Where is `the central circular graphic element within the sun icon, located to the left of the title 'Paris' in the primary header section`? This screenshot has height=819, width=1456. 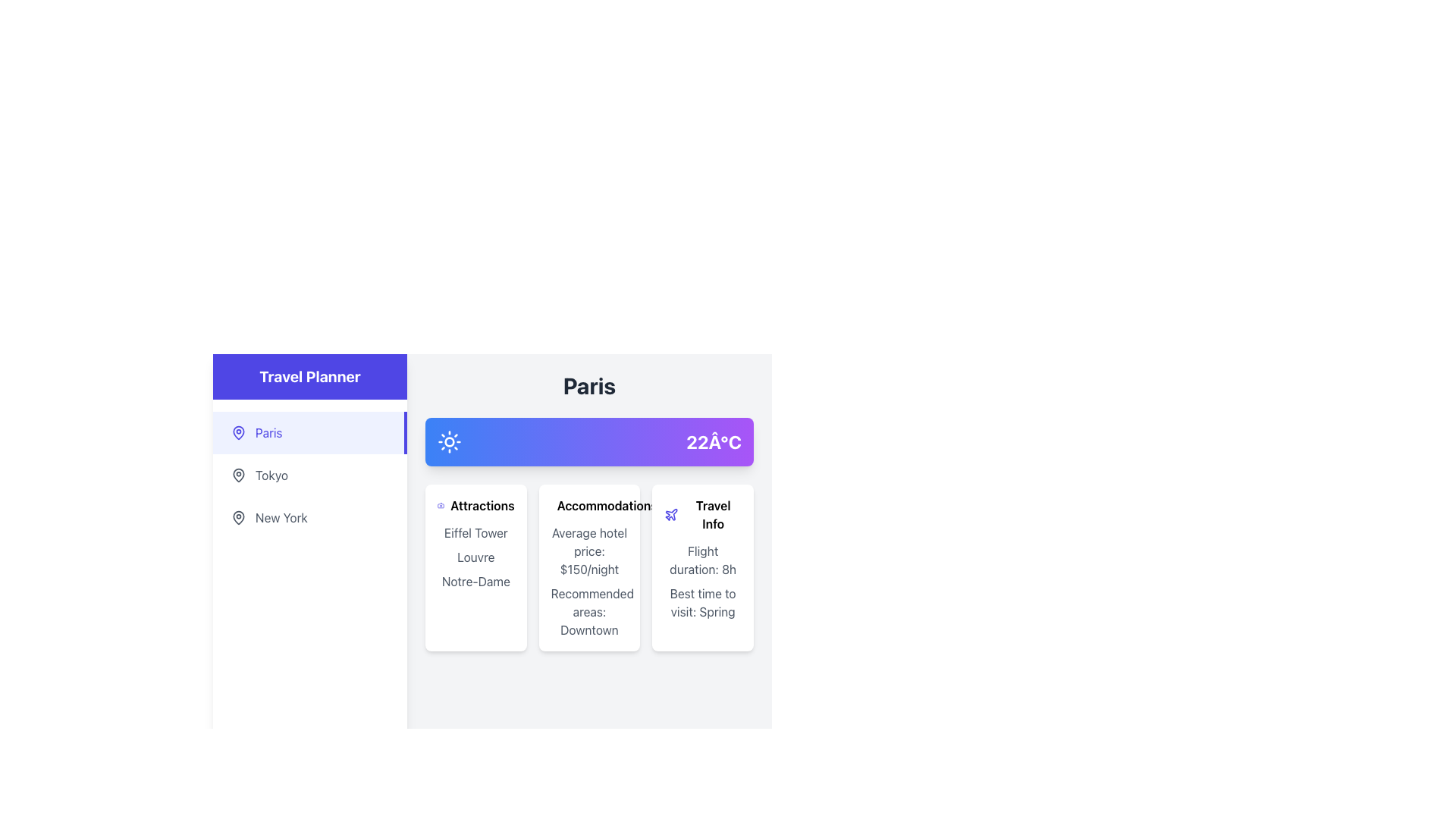
the central circular graphic element within the sun icon, located to the left of the title 'Paris' in the primary header section is located at coordinates (449, 441).